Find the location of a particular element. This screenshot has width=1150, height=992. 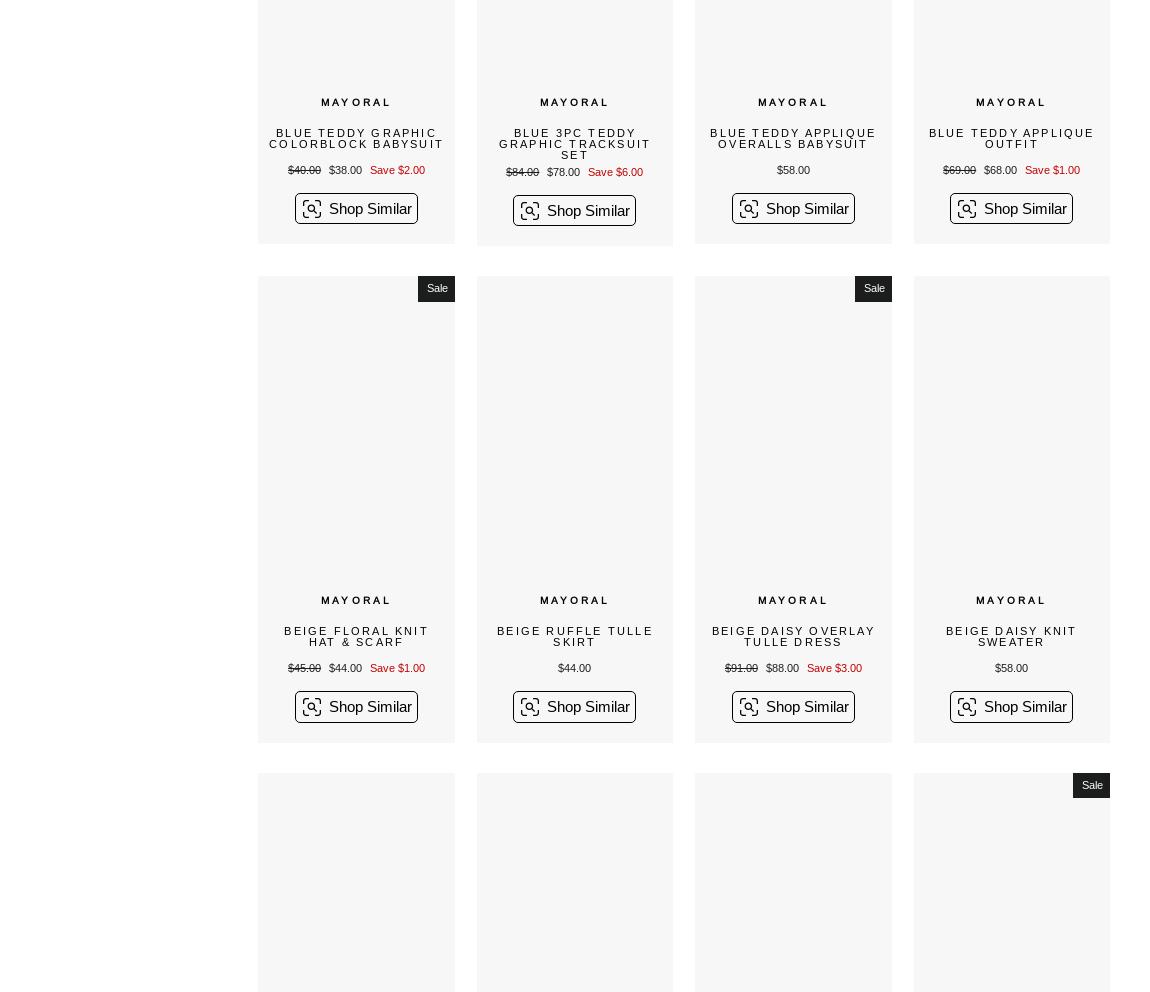

'$68.00' is located at coordinates (1001, 168).